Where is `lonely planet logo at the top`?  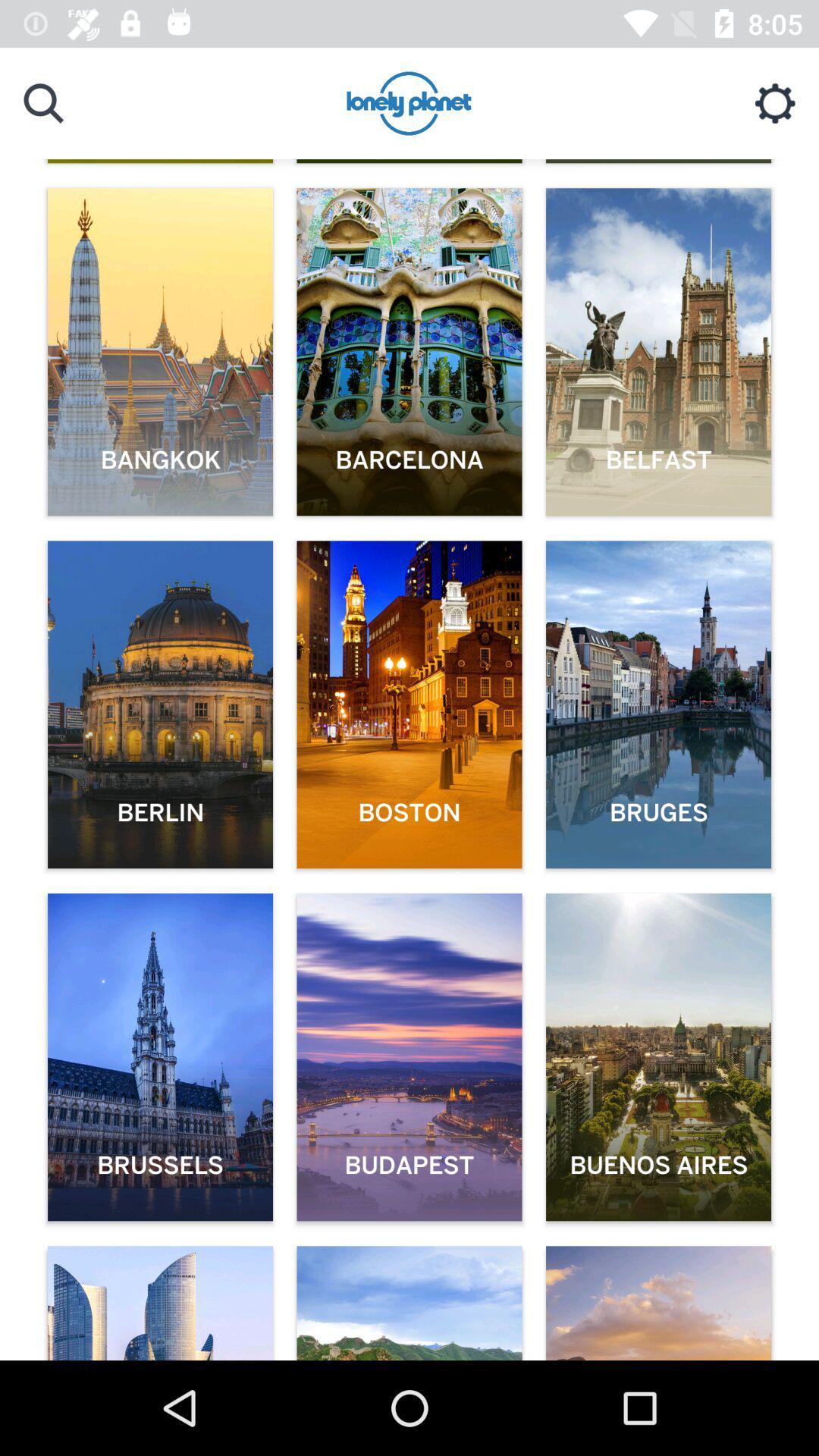 lonely planet logo at the top is located at coordinates (409, 105).